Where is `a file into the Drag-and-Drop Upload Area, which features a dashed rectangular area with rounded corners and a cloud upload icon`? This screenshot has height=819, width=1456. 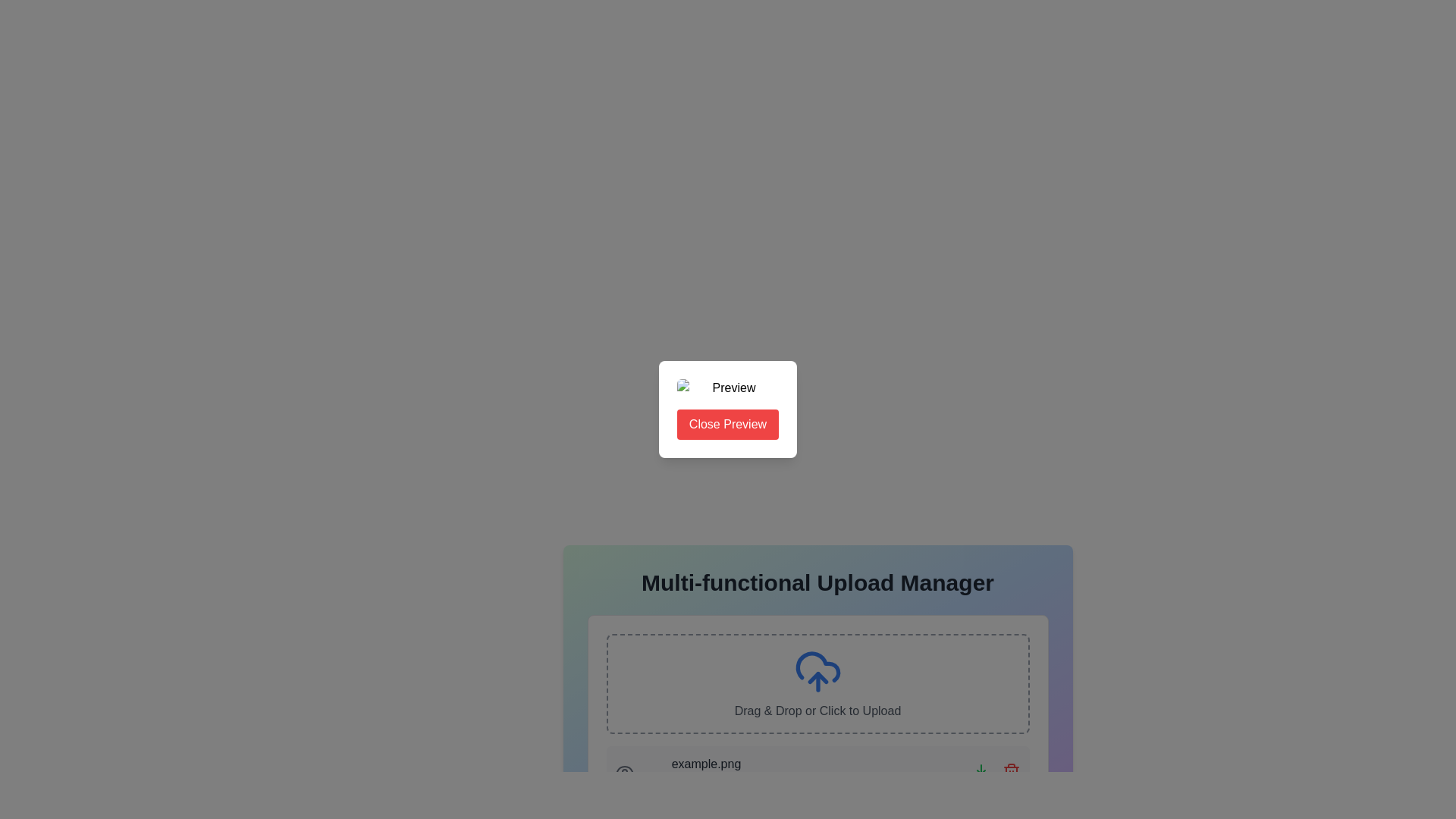 a file into the Drag-and-Drop Upload Area, which features a dashed rectangular area with rounded corners and a cloud upload icon is located at coordinates (817, 684).